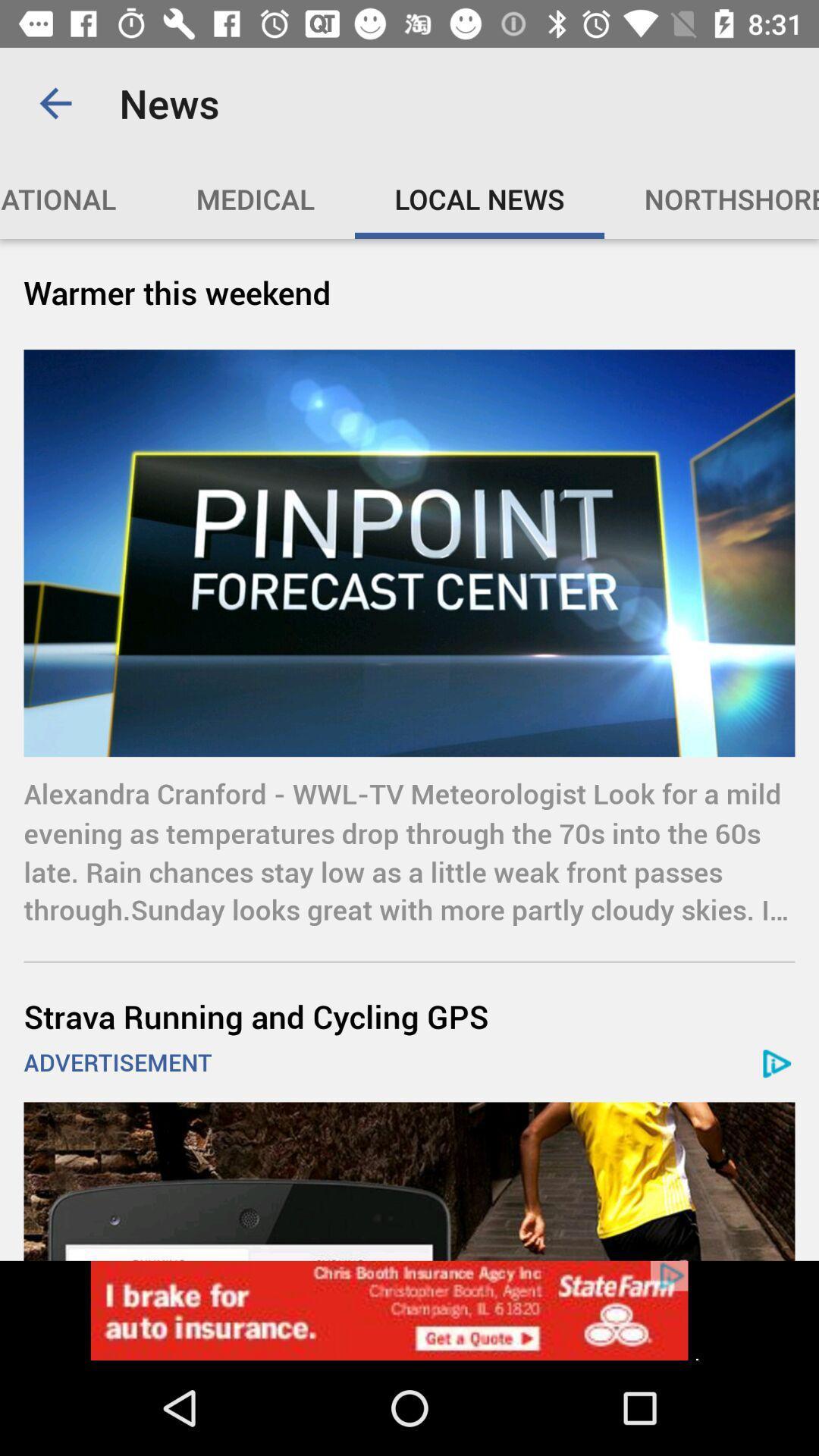 The height and width of the screenshot is (1456, 819). I want to click on icon below alexandra cranford wwl, so click(409, 1016).